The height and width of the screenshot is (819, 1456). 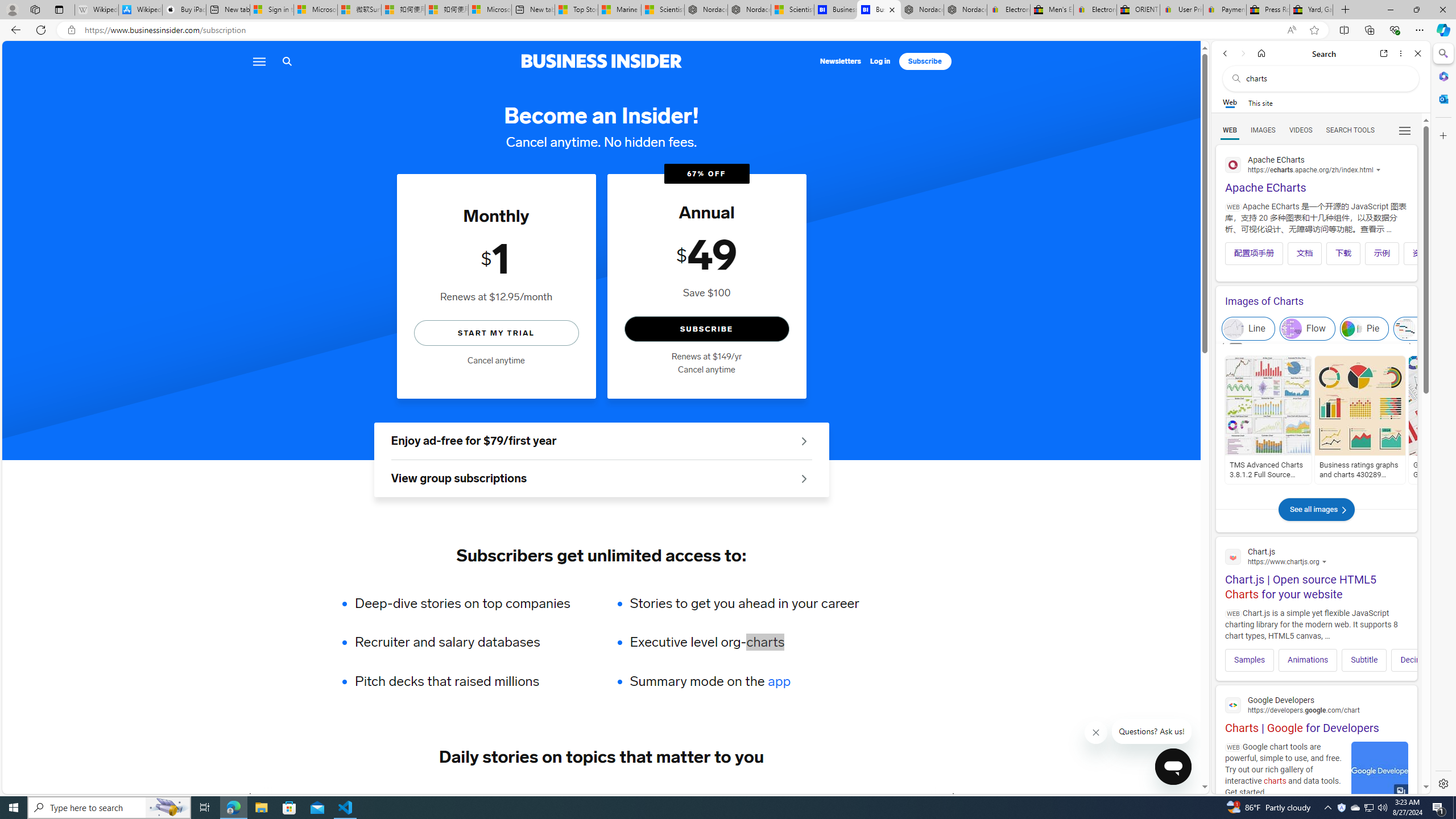 What do you see at coordinates (840, 61) in the screenshot?
I see `'Newsletters'` at bounding box center [840, 61].